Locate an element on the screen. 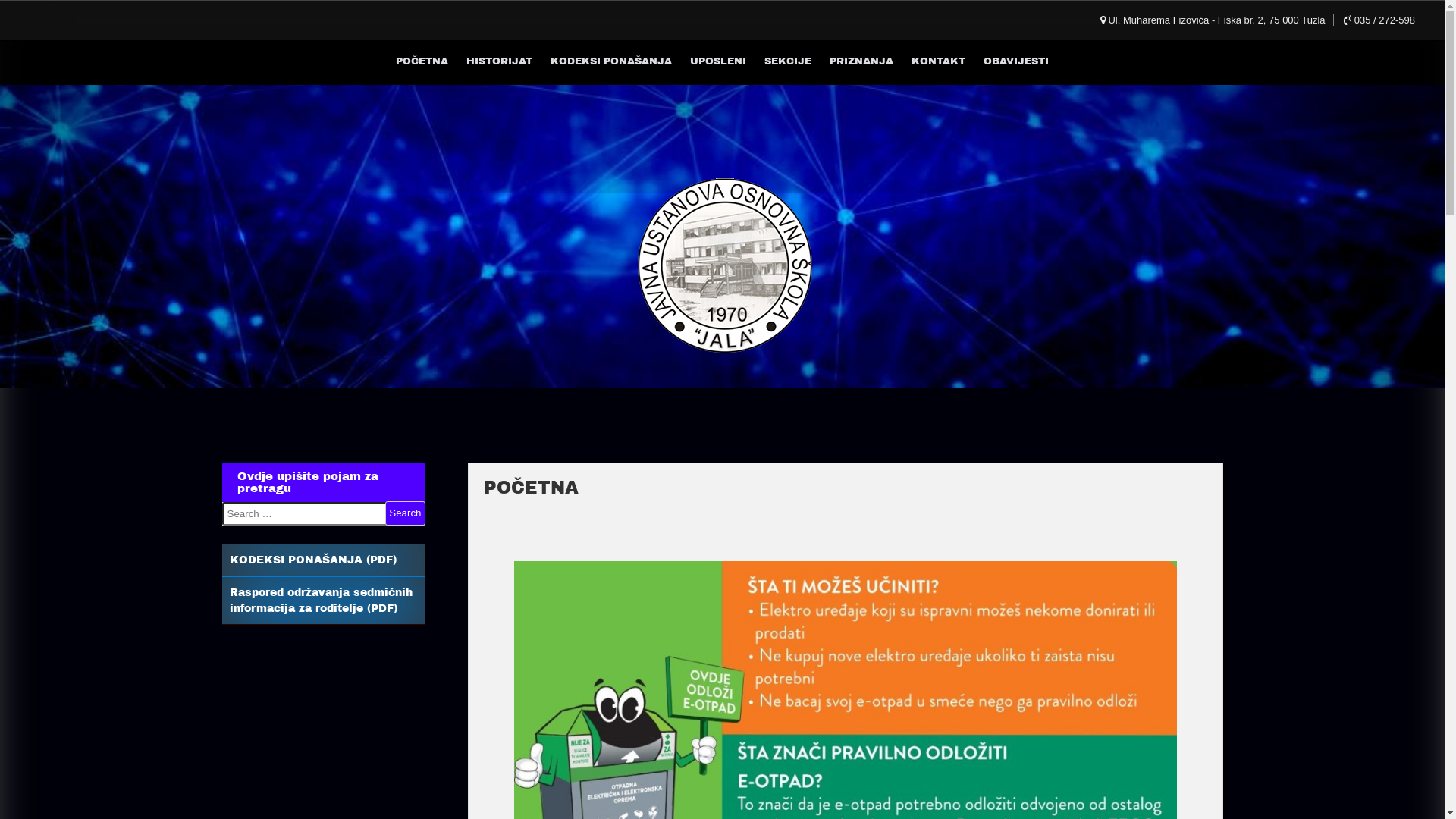 Image resolution: width=1456 pixels, height=819 pixels. 'OBAVIJESTI' is located at coordinates (974, 61).